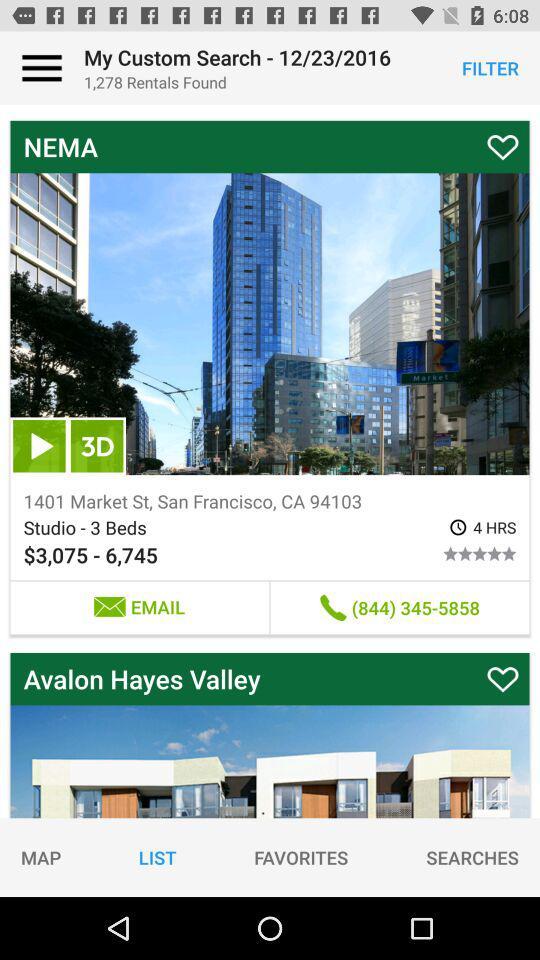  What do you see at coordinates (96, 446) in the screenshot?
I see `item above the 1401 market st` at bounding box center [96, 446].